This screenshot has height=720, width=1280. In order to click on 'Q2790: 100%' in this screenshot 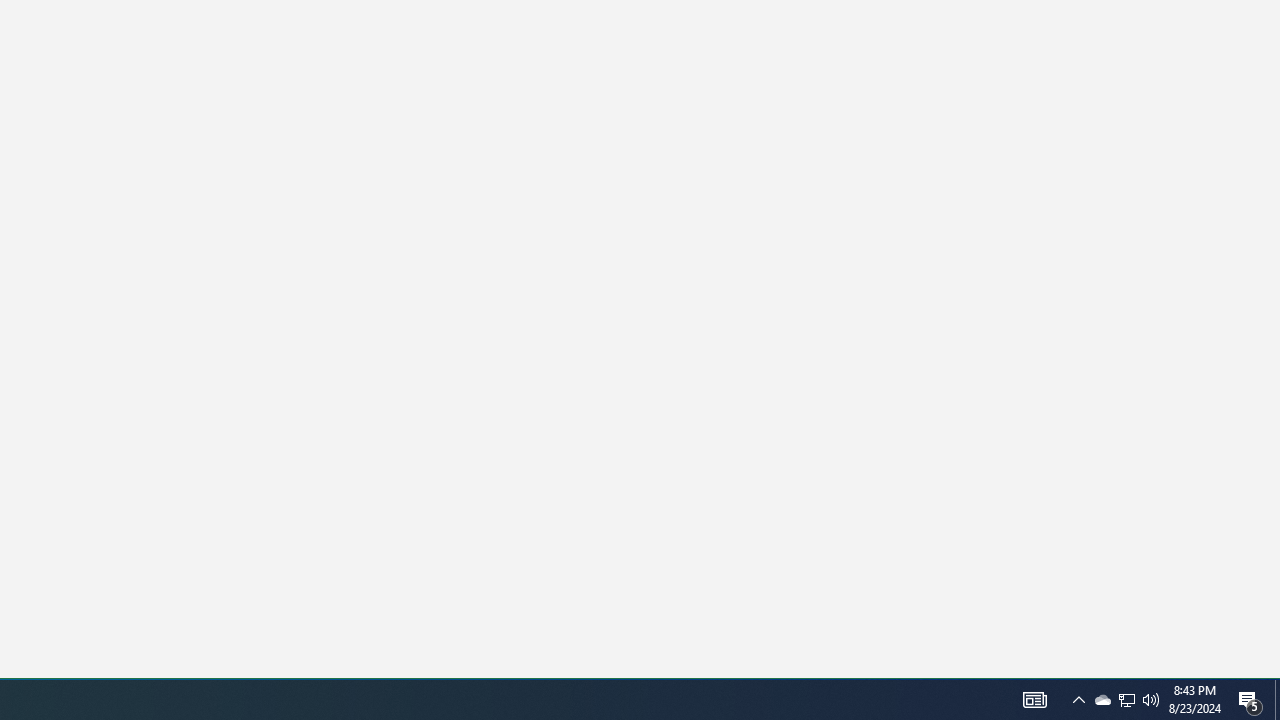, I will do `click(1101, 698)`.